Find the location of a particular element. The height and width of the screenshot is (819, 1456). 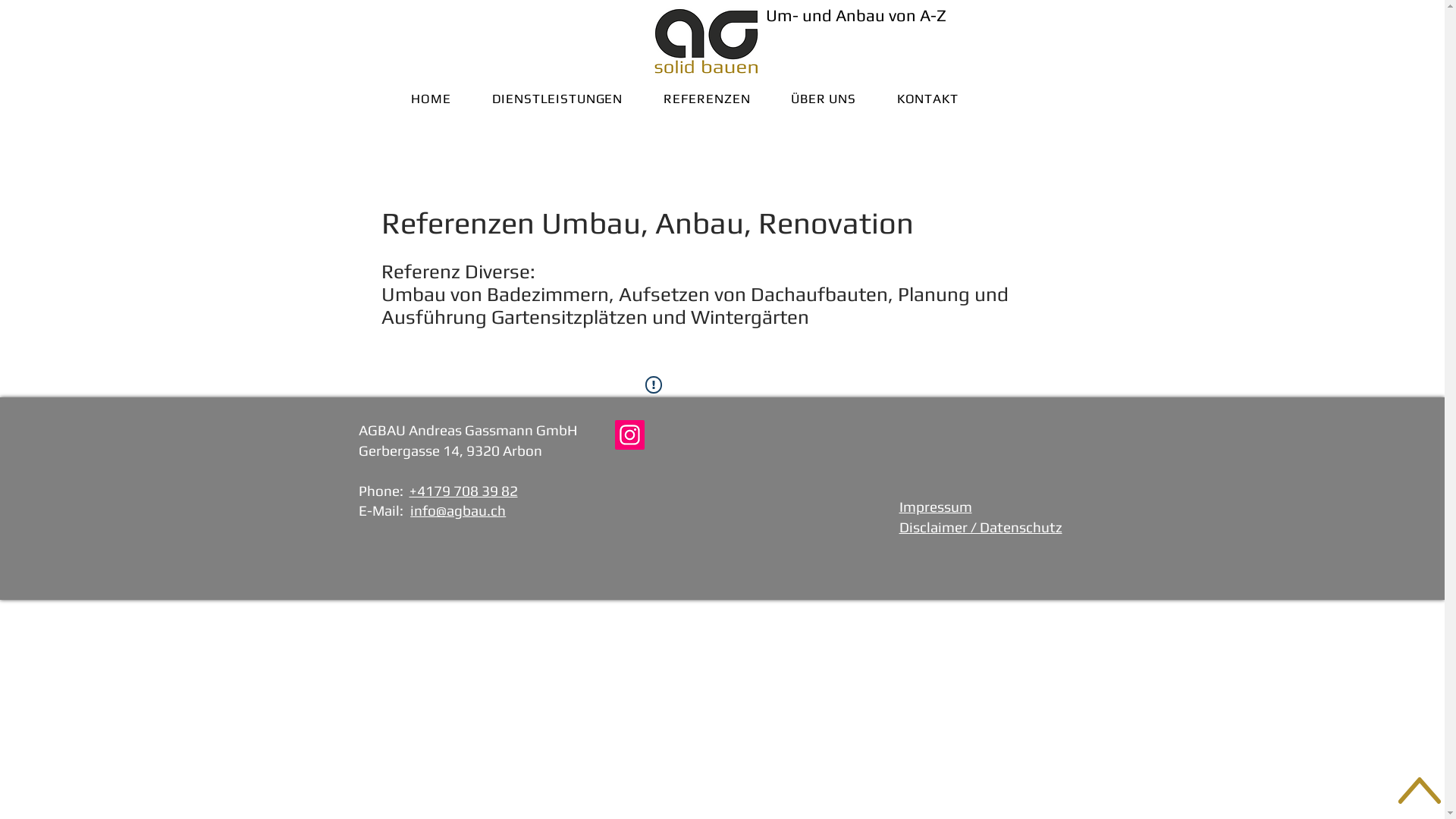

'DIENSTLEISTUNGEN' is located at coordinates (556, 99).